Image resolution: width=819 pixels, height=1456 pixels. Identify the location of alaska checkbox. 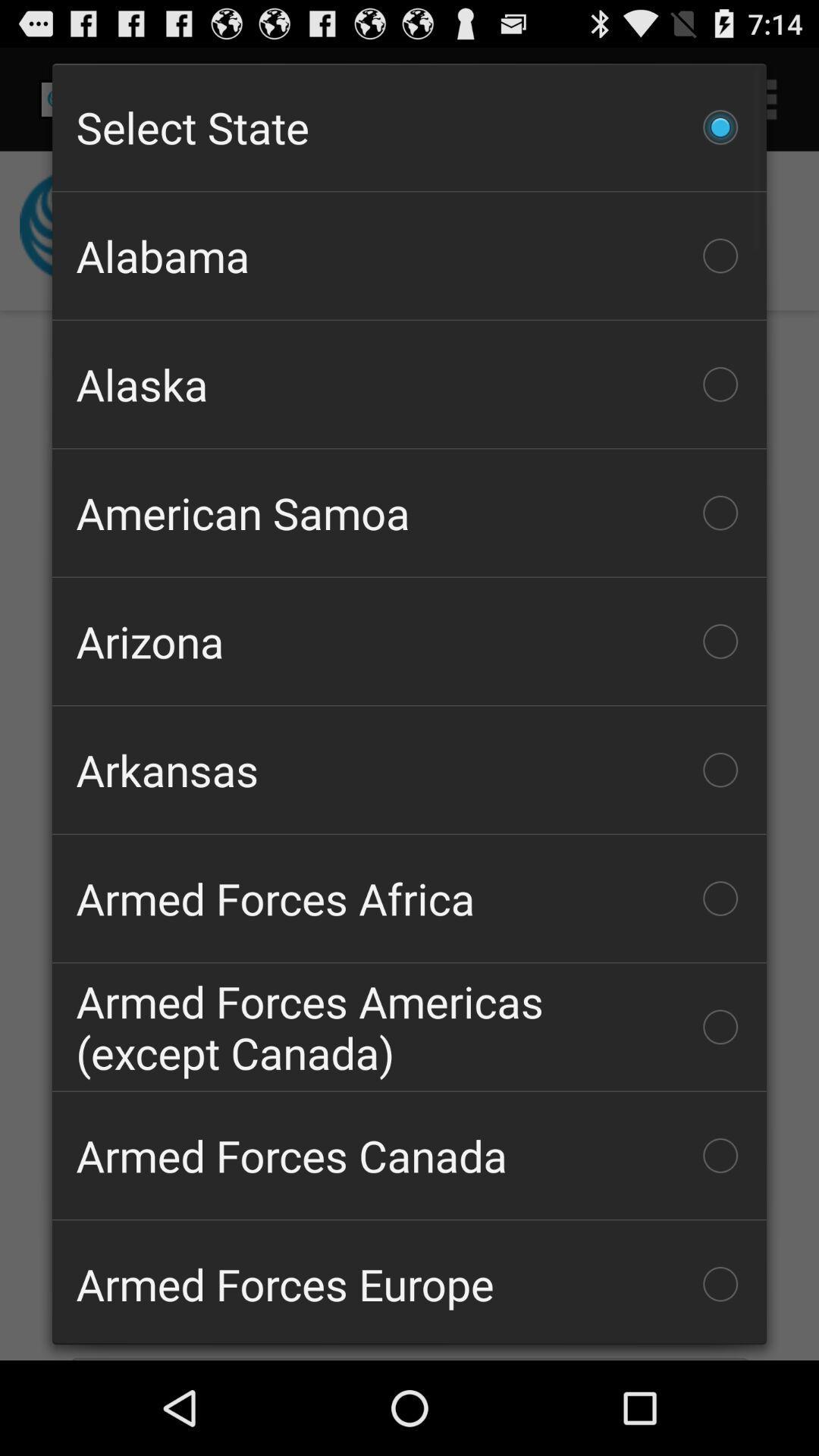
(409, 384).